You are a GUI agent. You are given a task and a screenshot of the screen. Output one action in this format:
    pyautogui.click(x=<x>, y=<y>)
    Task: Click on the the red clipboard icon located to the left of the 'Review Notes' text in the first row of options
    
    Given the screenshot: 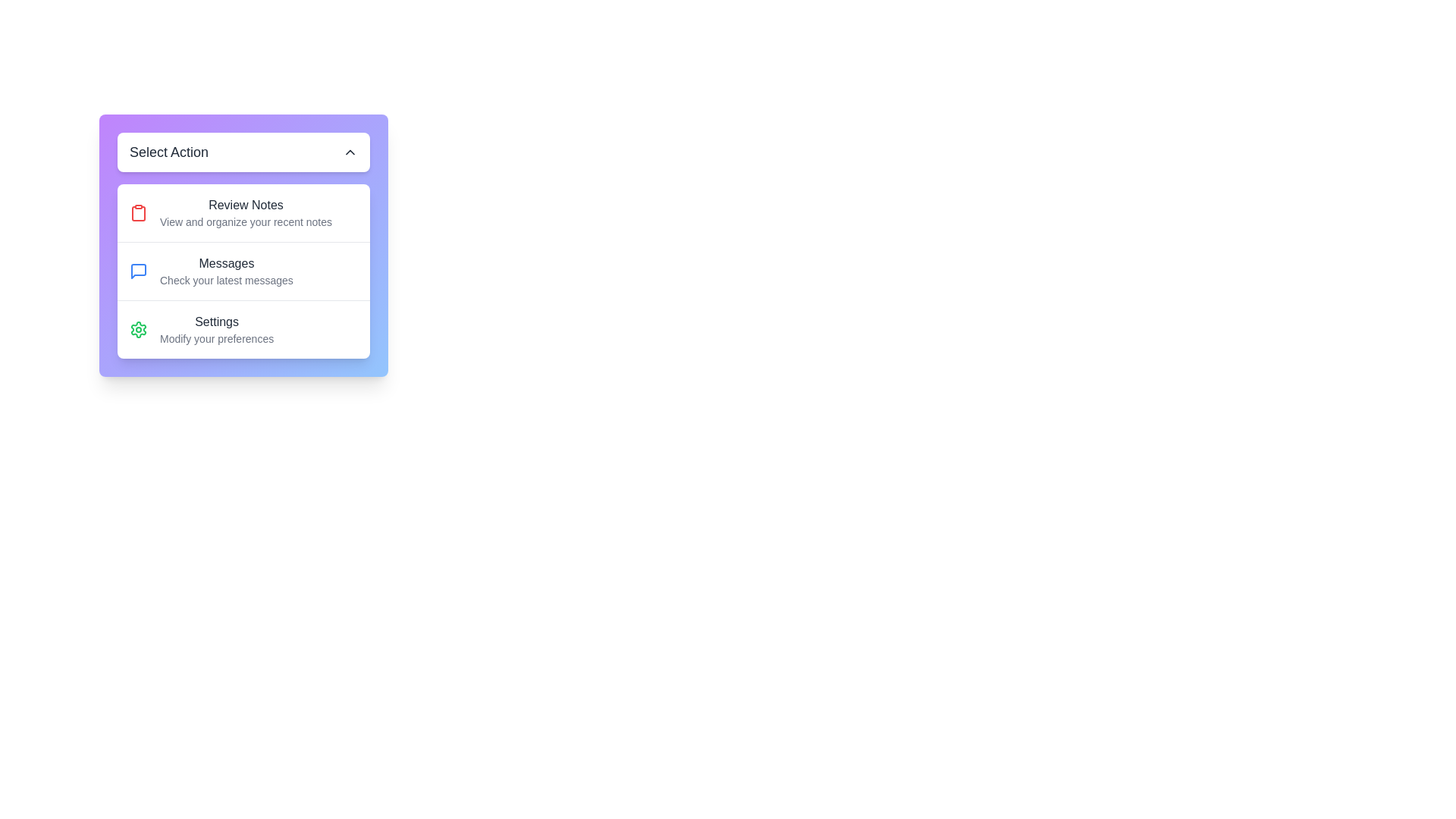 What is the action you would take?
    pyautogui.click(x=138, y=213)
    